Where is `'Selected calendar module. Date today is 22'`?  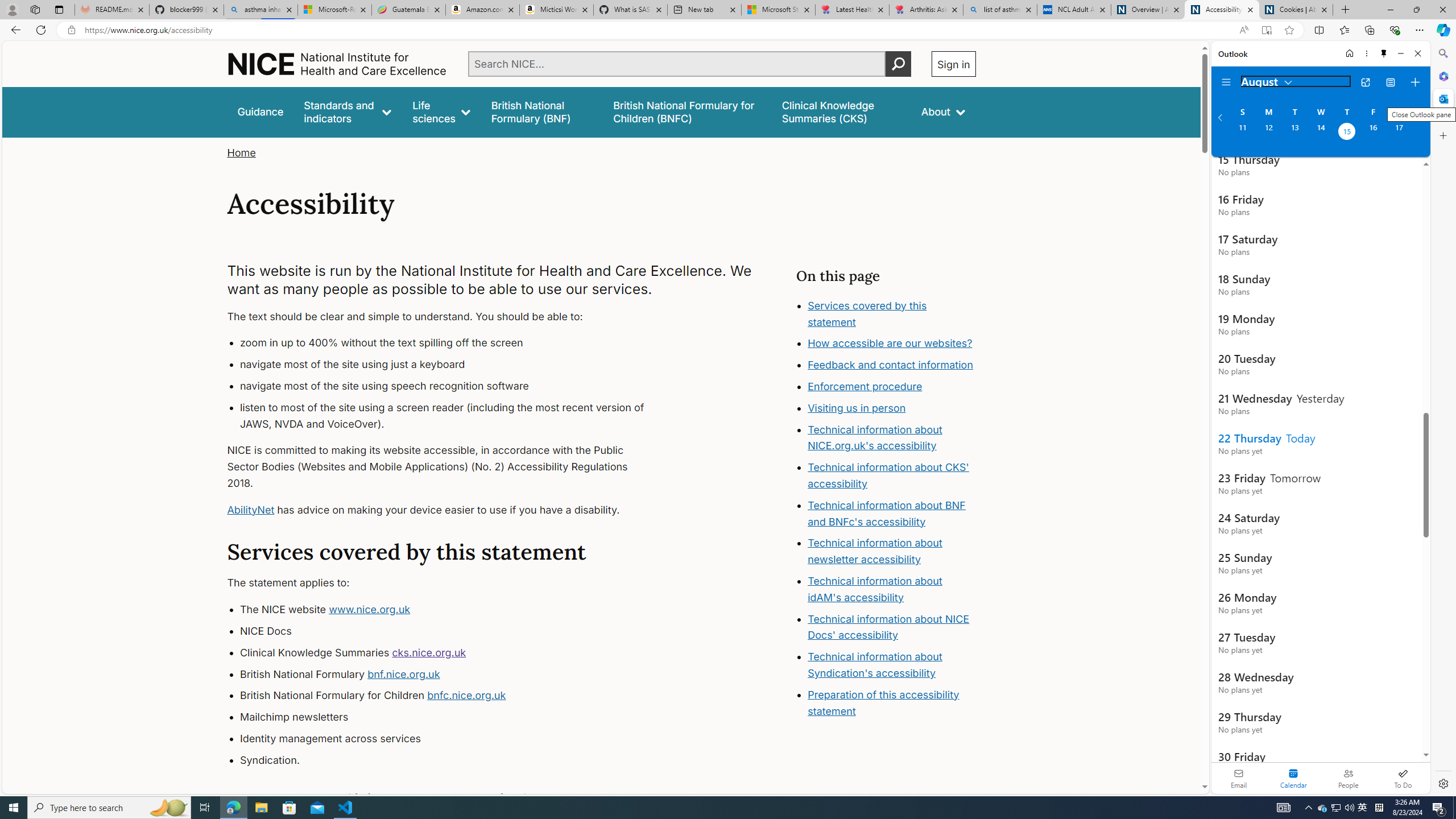
'Selected calendar module. Date today is 22' is located at coordinates (1293, 777).